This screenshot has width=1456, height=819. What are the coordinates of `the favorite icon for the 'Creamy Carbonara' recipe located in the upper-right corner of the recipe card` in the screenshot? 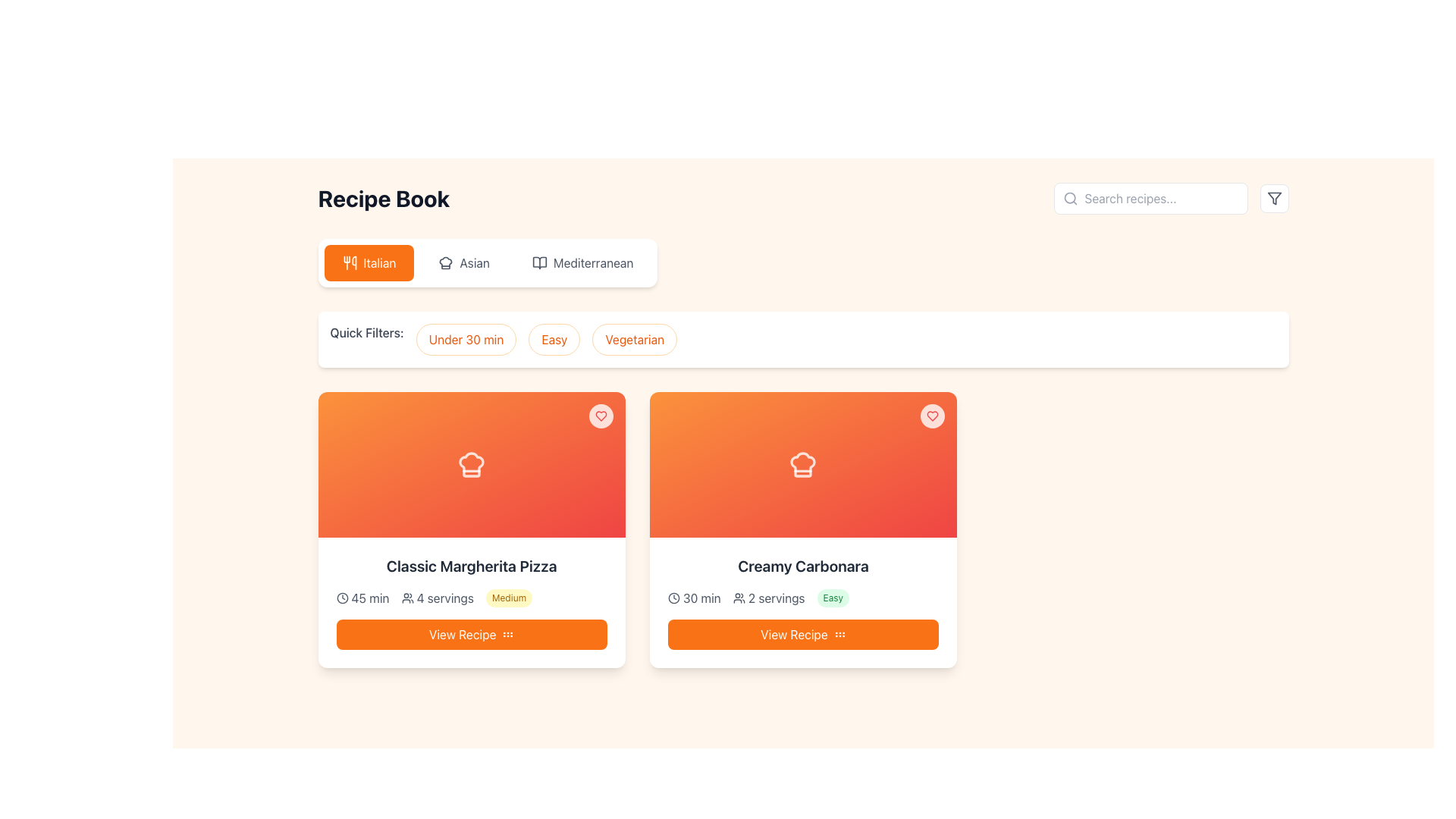 It's located at (932, 416).